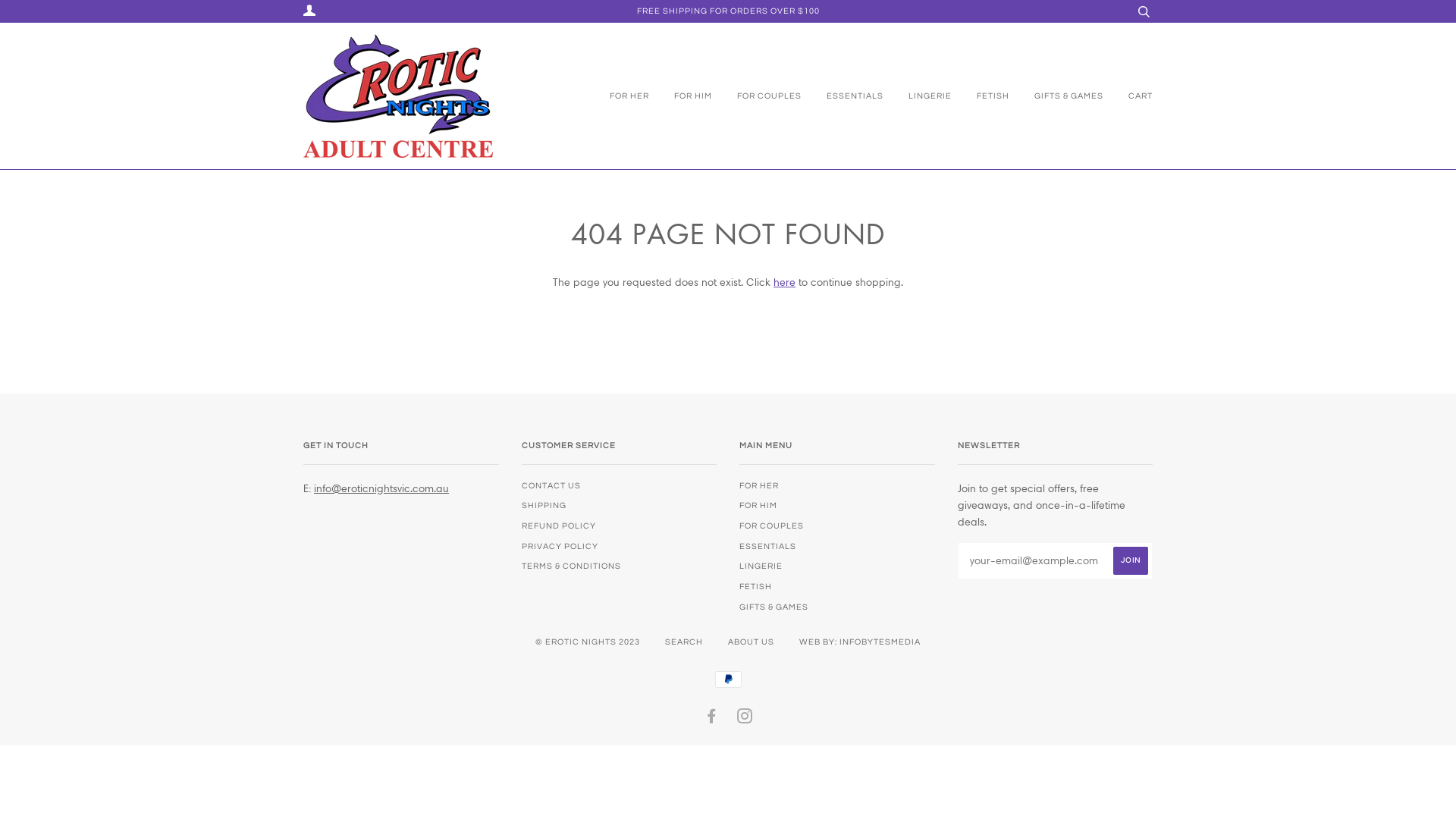  I want to click on 'info@eroticnightsvic.com.au', so click(381, 488).